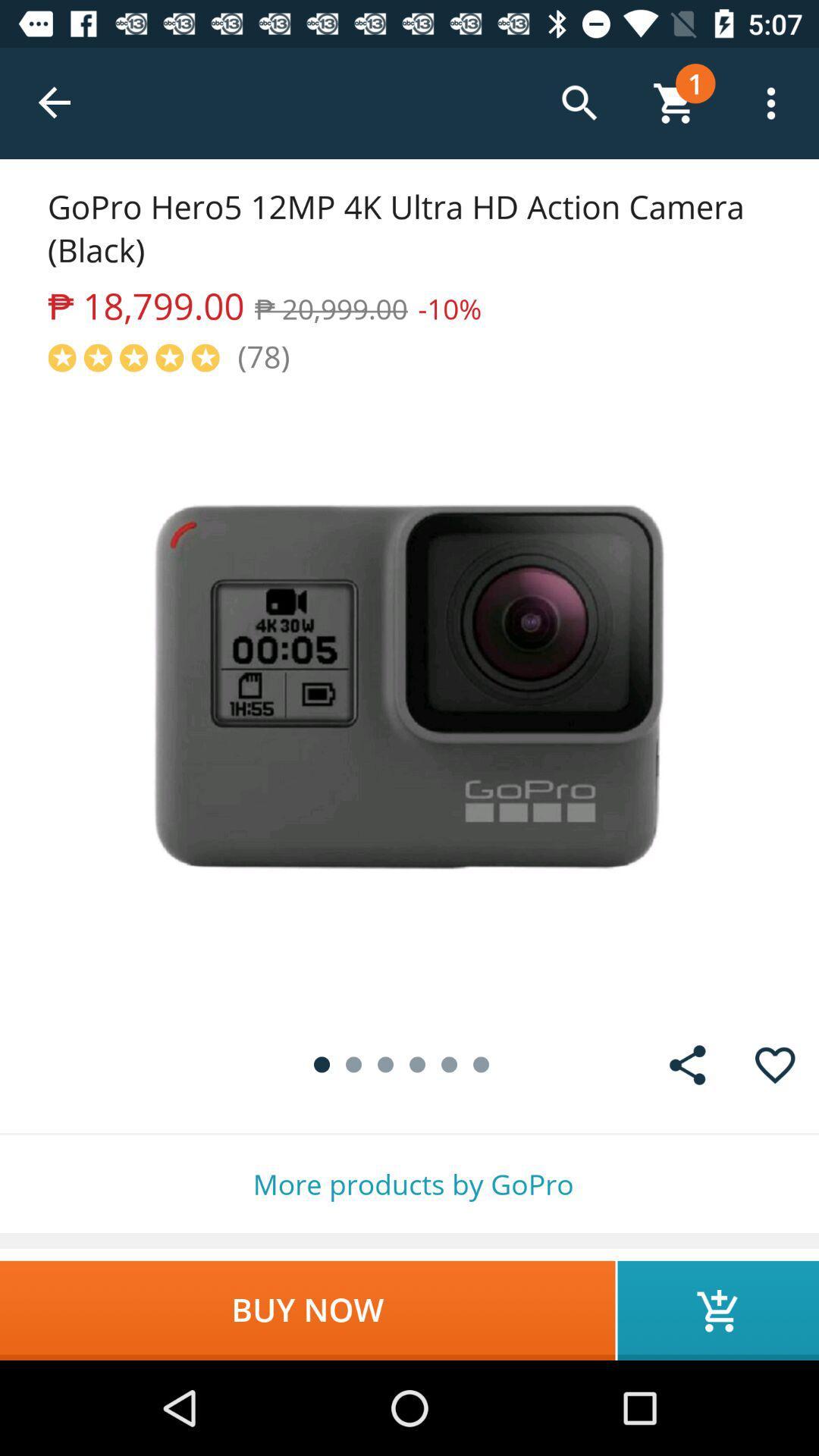 This screenshot has width=819, height=1456. What do you see at coordinates (775, 1064) in the screenshot?
I see `the item above more products by` at bounding box center [775, 1064].